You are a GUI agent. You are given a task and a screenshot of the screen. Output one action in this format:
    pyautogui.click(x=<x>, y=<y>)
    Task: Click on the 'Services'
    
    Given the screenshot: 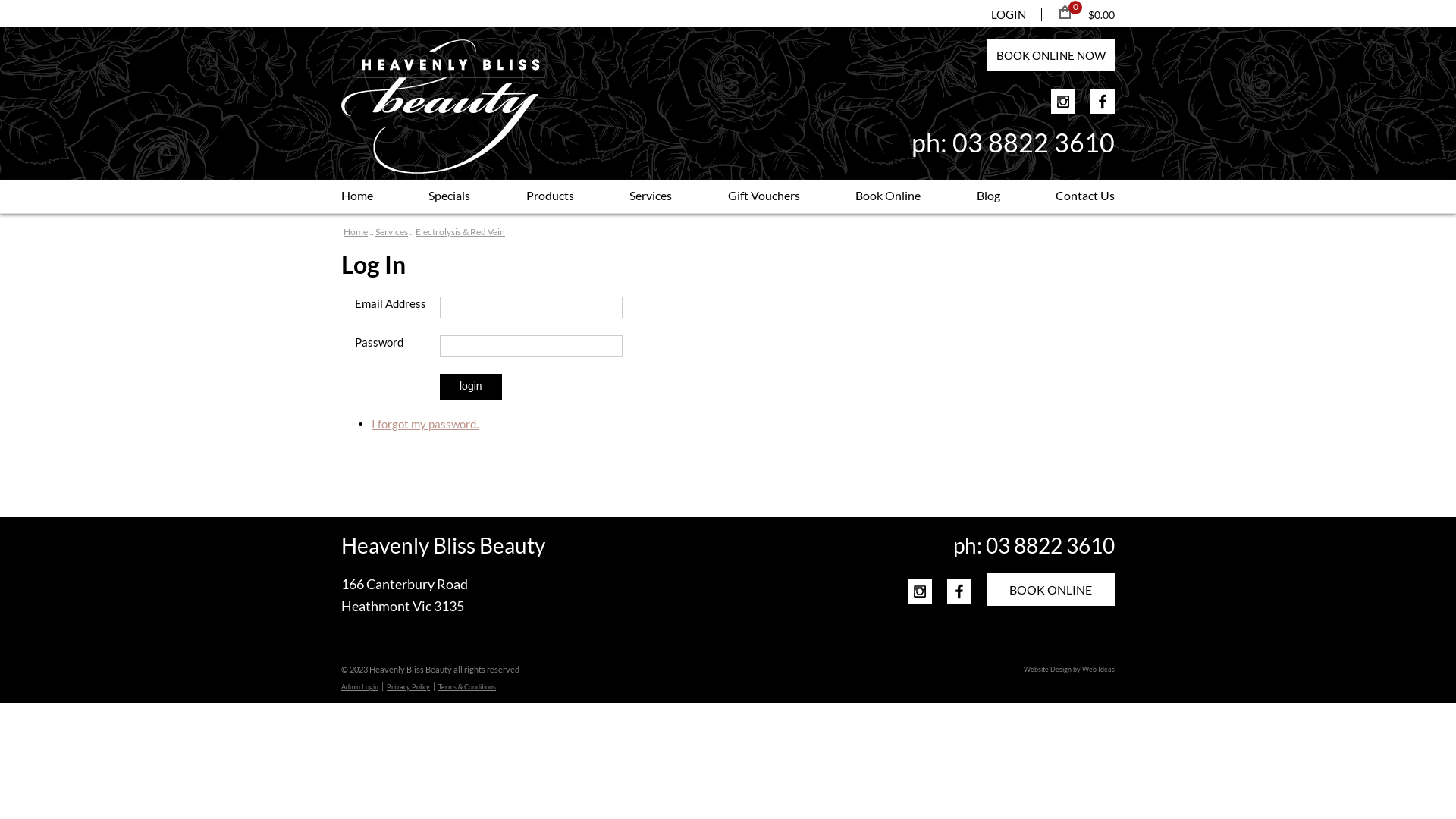 What is the action you would take?
    pyautogui.click(x=391, y=231)
    